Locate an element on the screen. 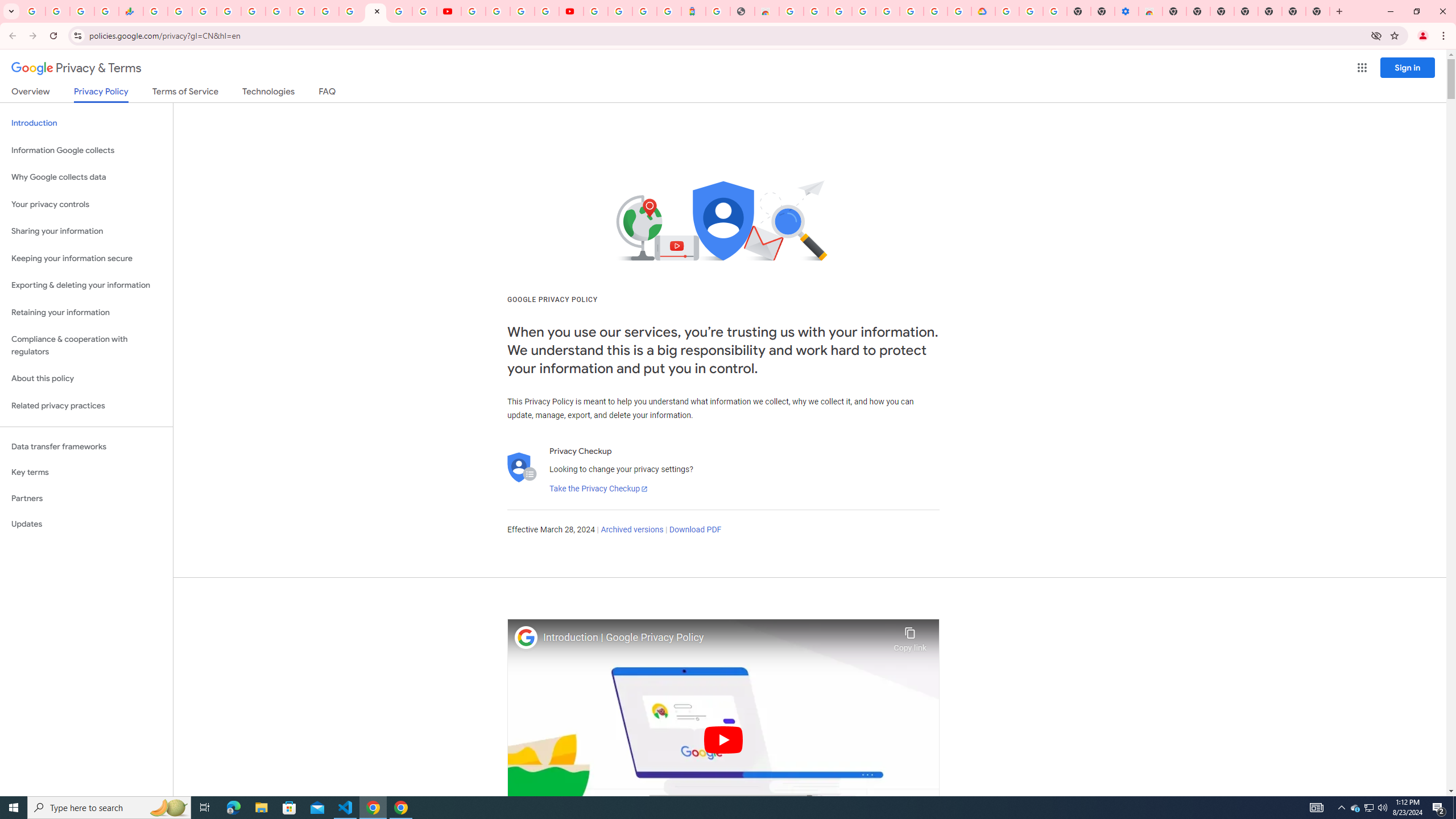  'About this policy' is located at coordinates (86, 379).